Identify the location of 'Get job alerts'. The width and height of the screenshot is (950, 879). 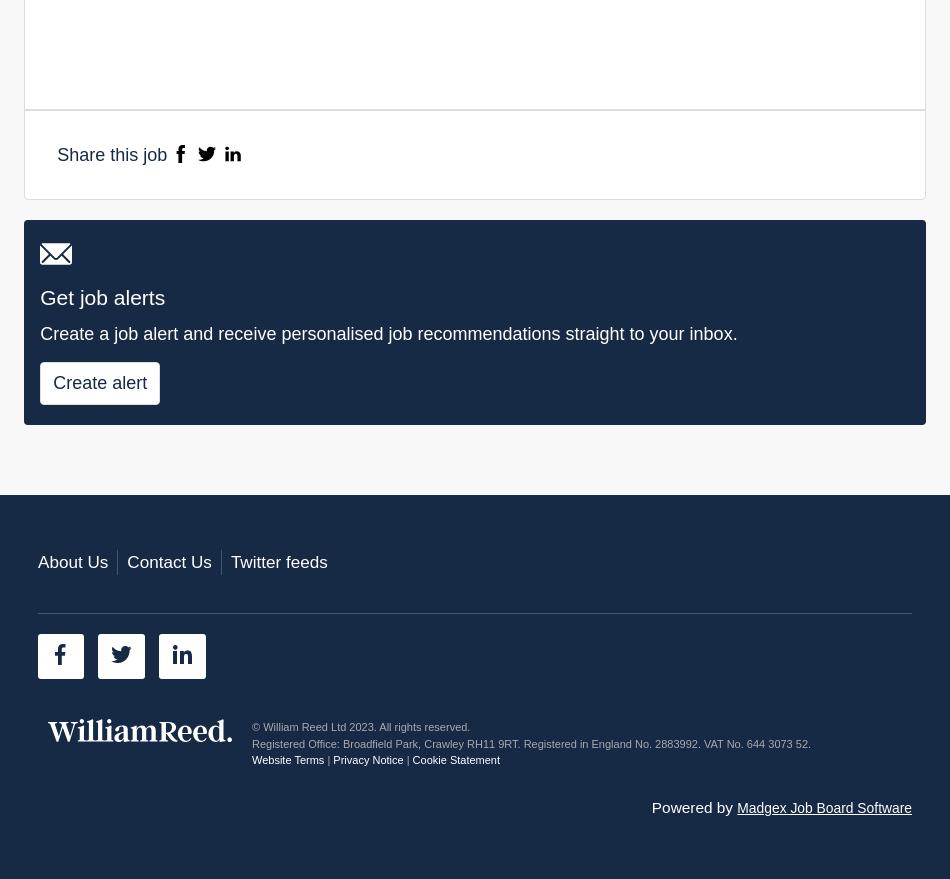
(102, 297).